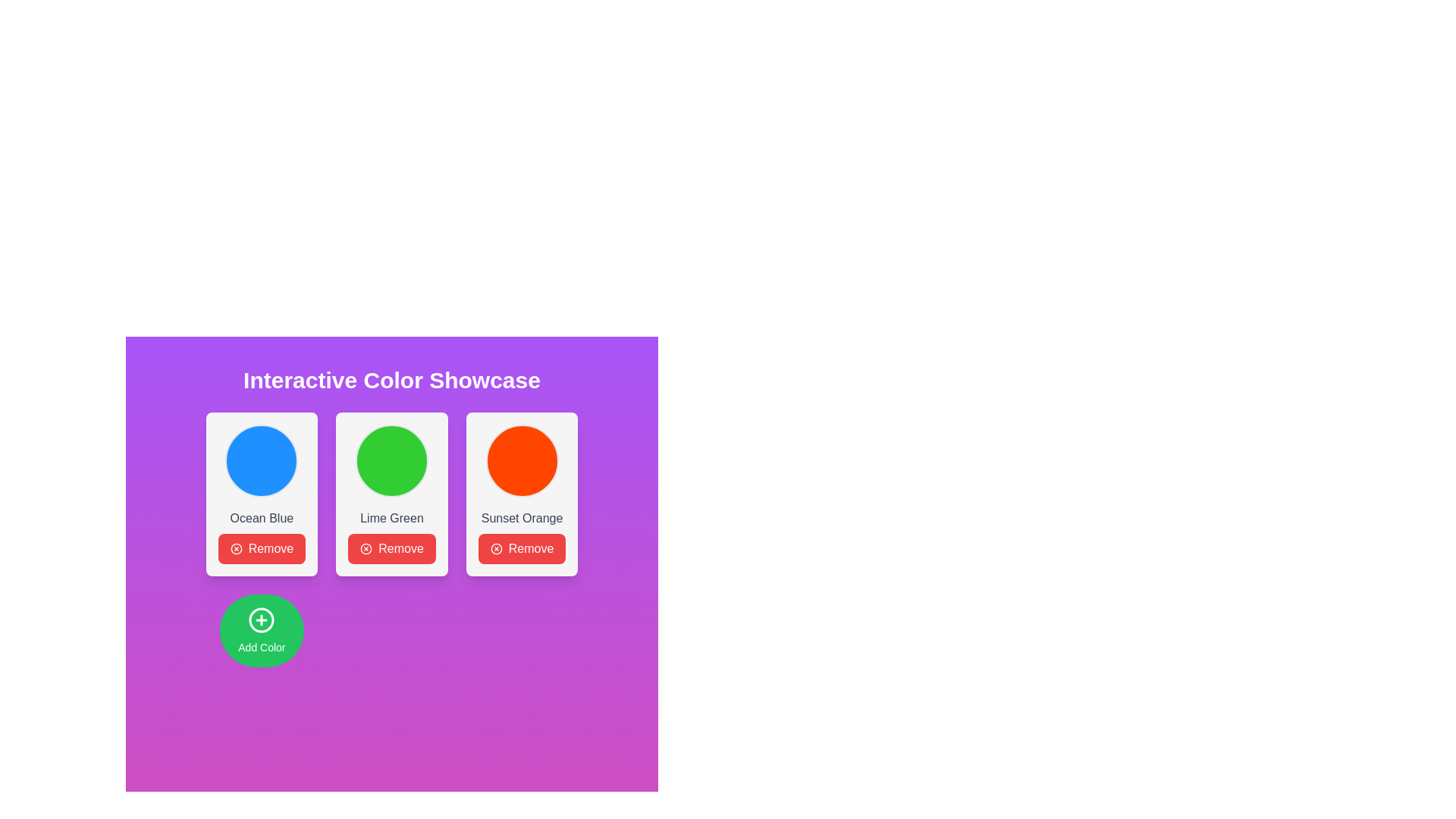  Describe the element at coordinates (262, 494) in the screenshot. I see `color and label displayed on the 'Ocean Blue' card, which is the first card in the grid with a red button labeled 'Remove' below it` at that location.